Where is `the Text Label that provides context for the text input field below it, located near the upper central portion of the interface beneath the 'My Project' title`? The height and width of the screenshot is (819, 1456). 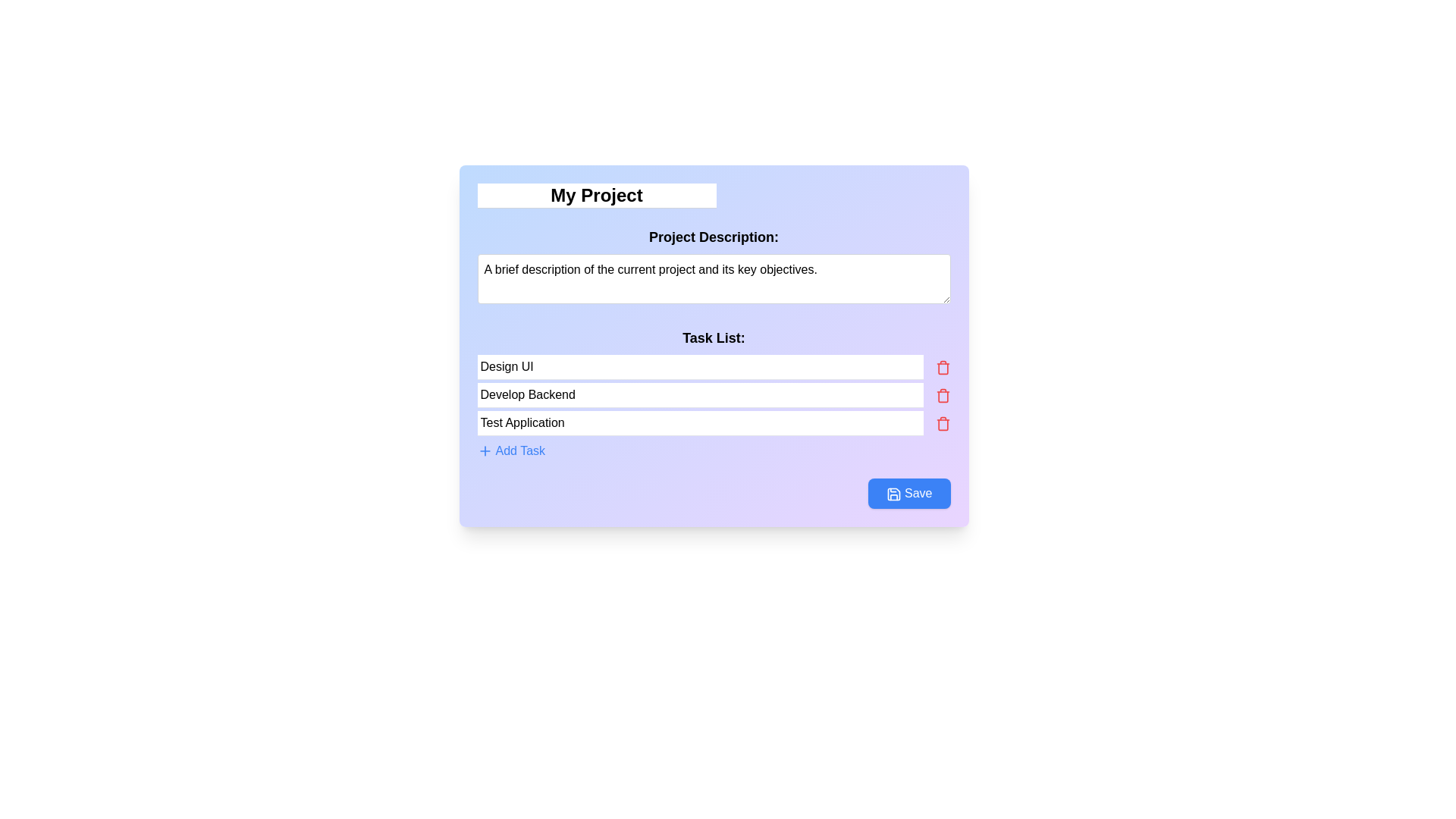
the Text Label that provides context for the text input field below it, located near the upper central portion of the interface beneath the 'My Project' title is located at coordinates (713, 237).